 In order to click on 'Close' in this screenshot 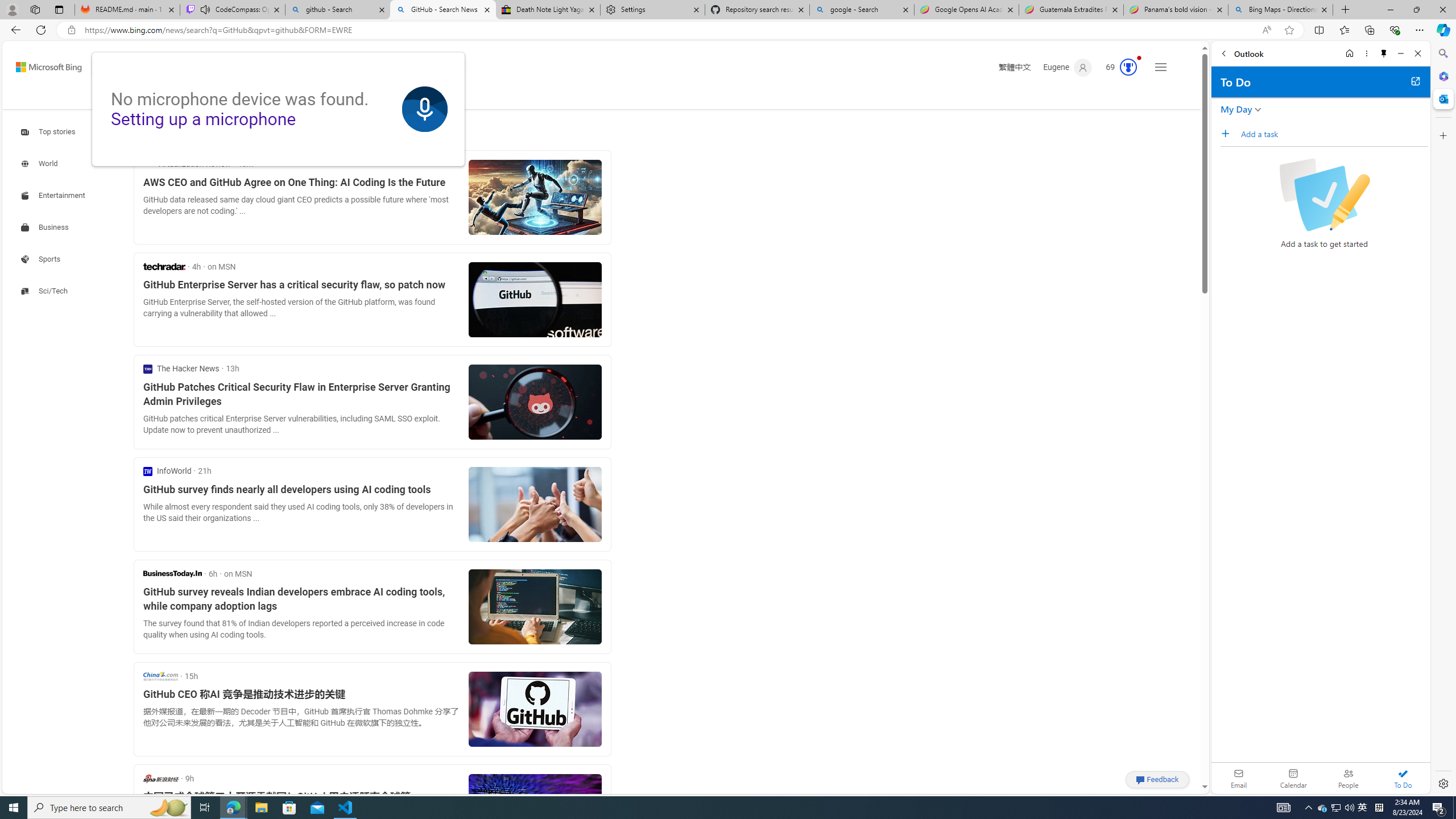, I will do `click(1417, 53)`.